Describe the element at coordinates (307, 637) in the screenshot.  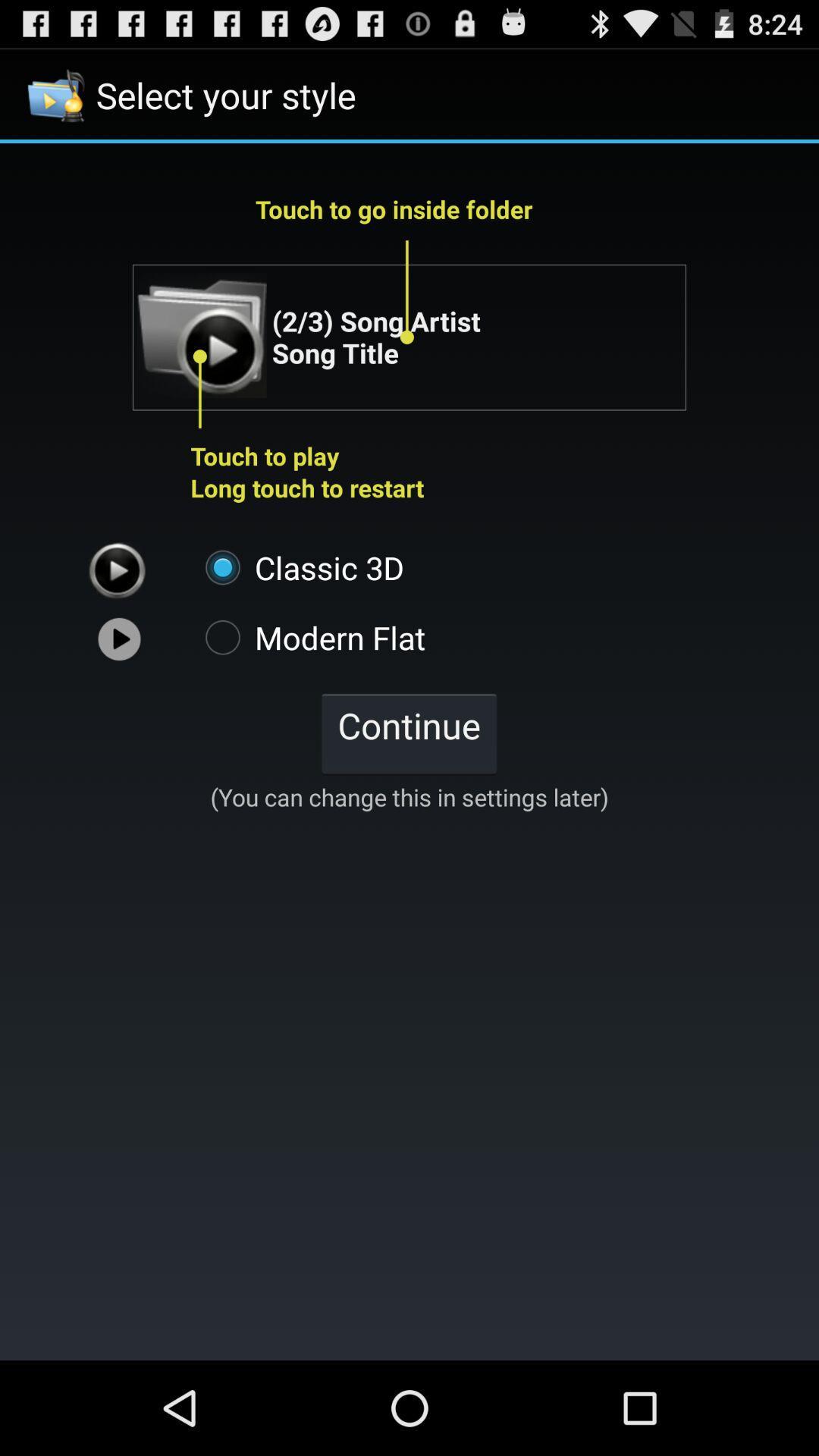
I see `modern flat` at that location.